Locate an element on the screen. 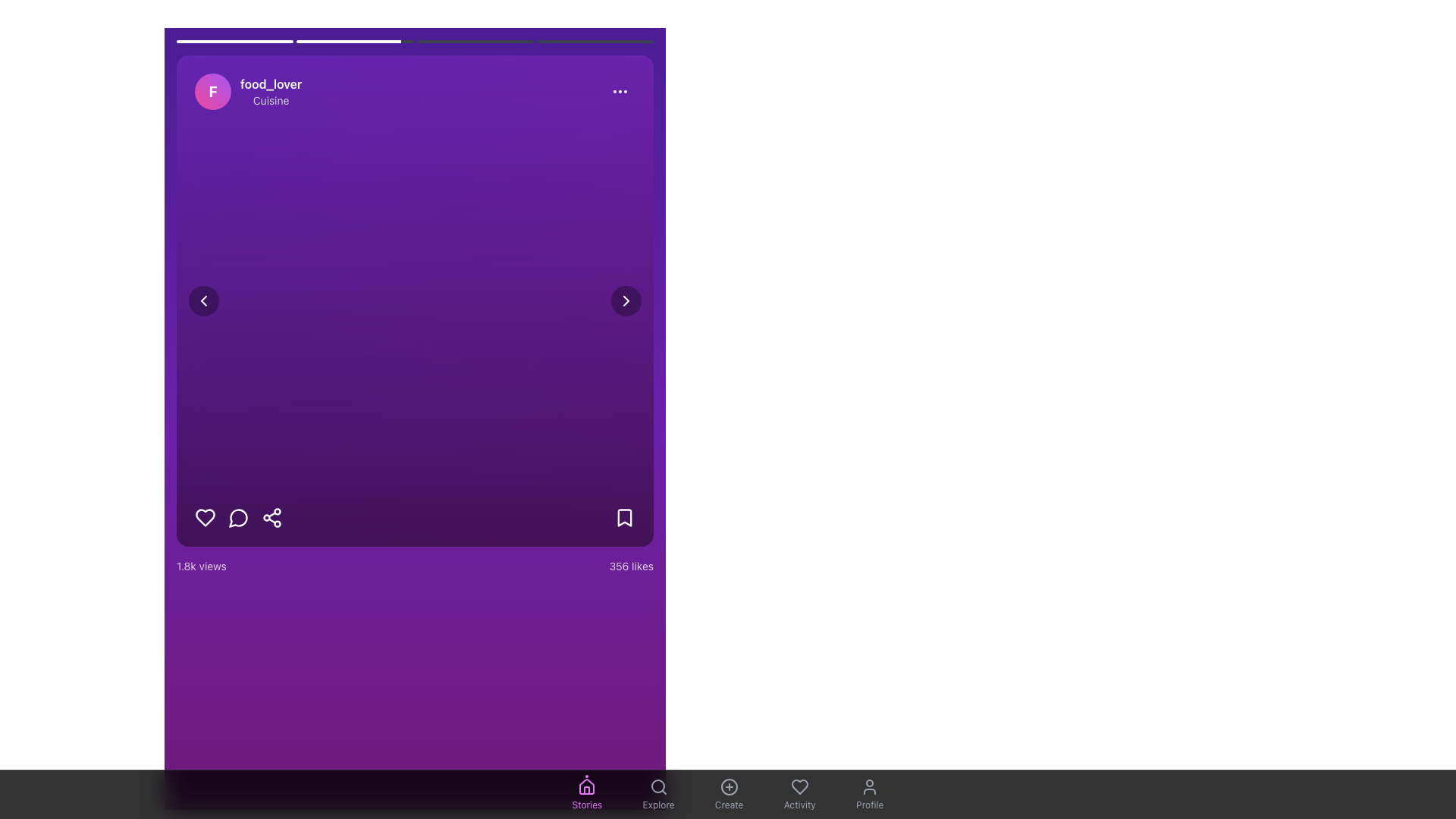 The width and height of the screenshot is (1456, 819). the 'Like' icon located in the lower-left corner of the card-like section is located at coordinates (799, 786).